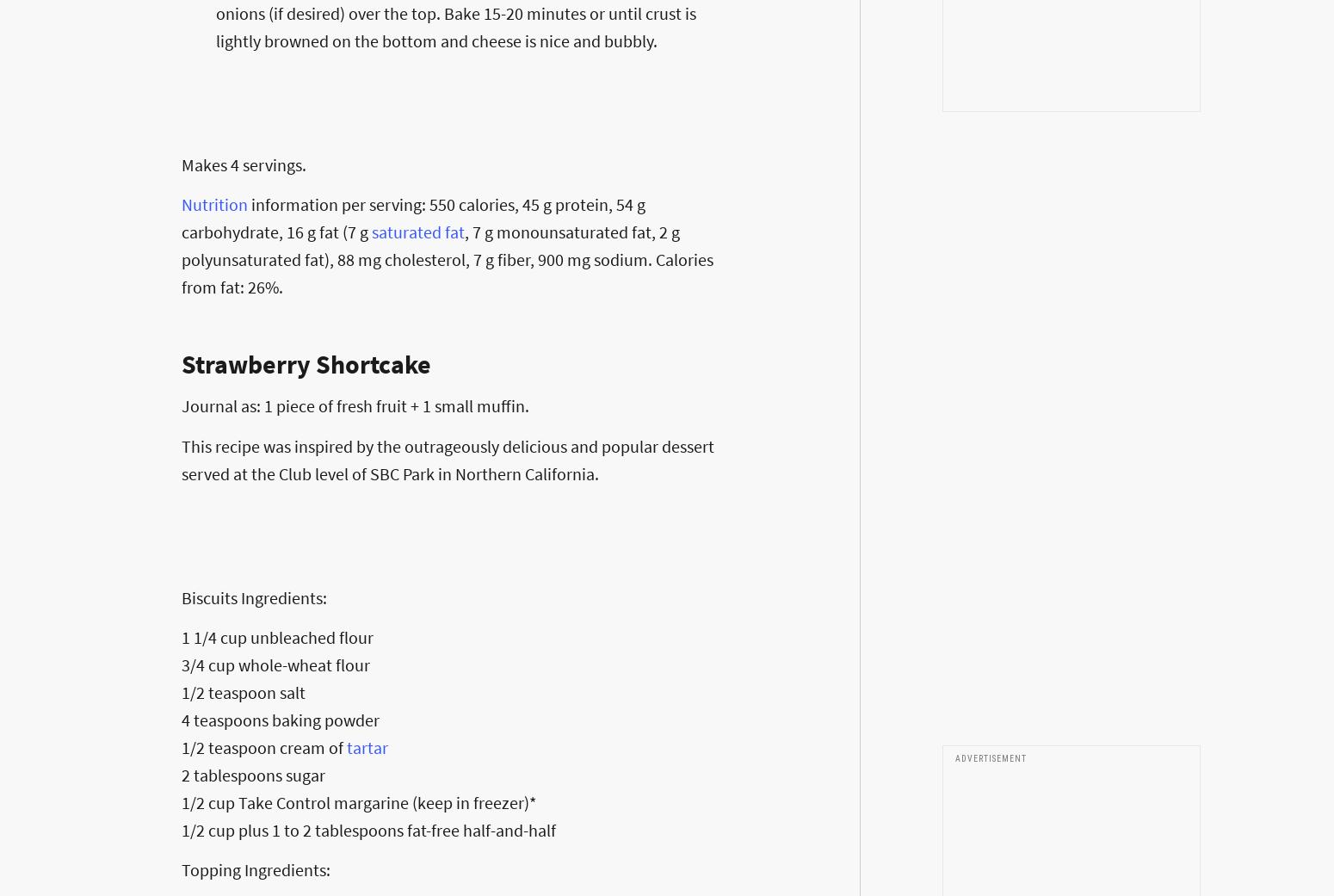 This screenshot has width=1334, height=896. What do you see at coordinates (180, 203) in the screenshot?
I see `'Nutrition'` at bounding box center [180, 203].